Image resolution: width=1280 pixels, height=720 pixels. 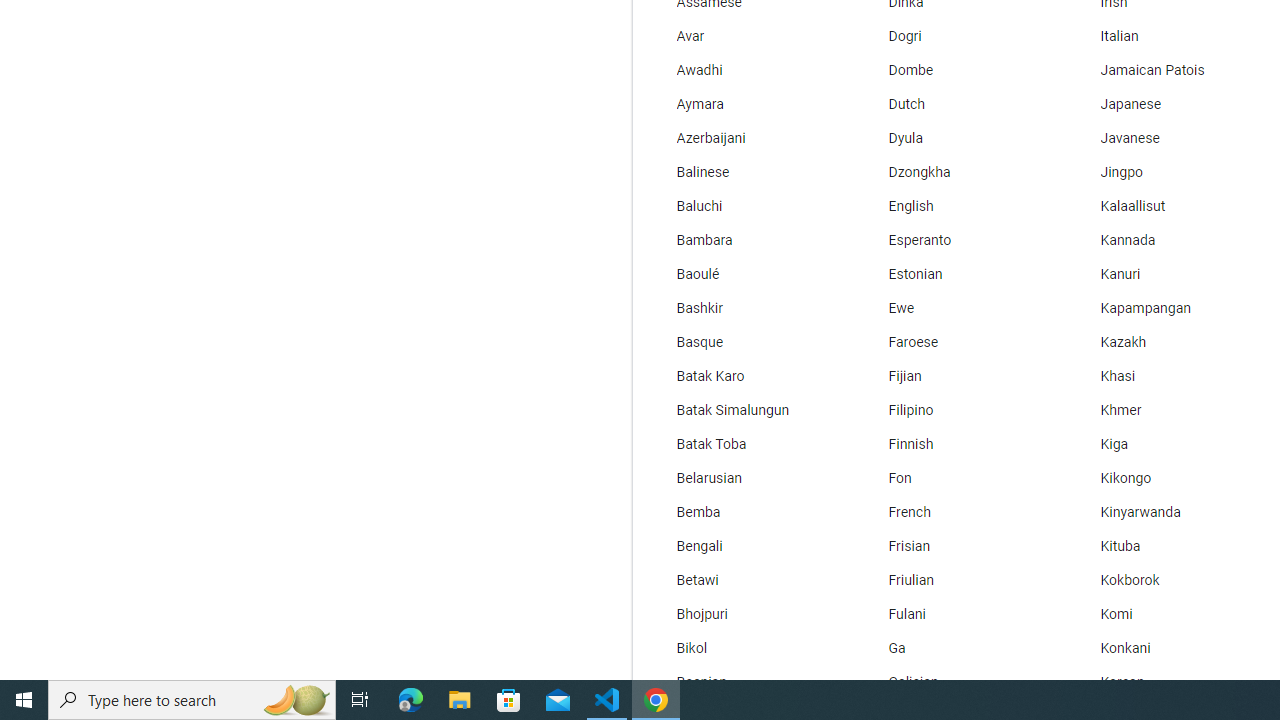 I want to click on 'French', so click(x=956, y=512).